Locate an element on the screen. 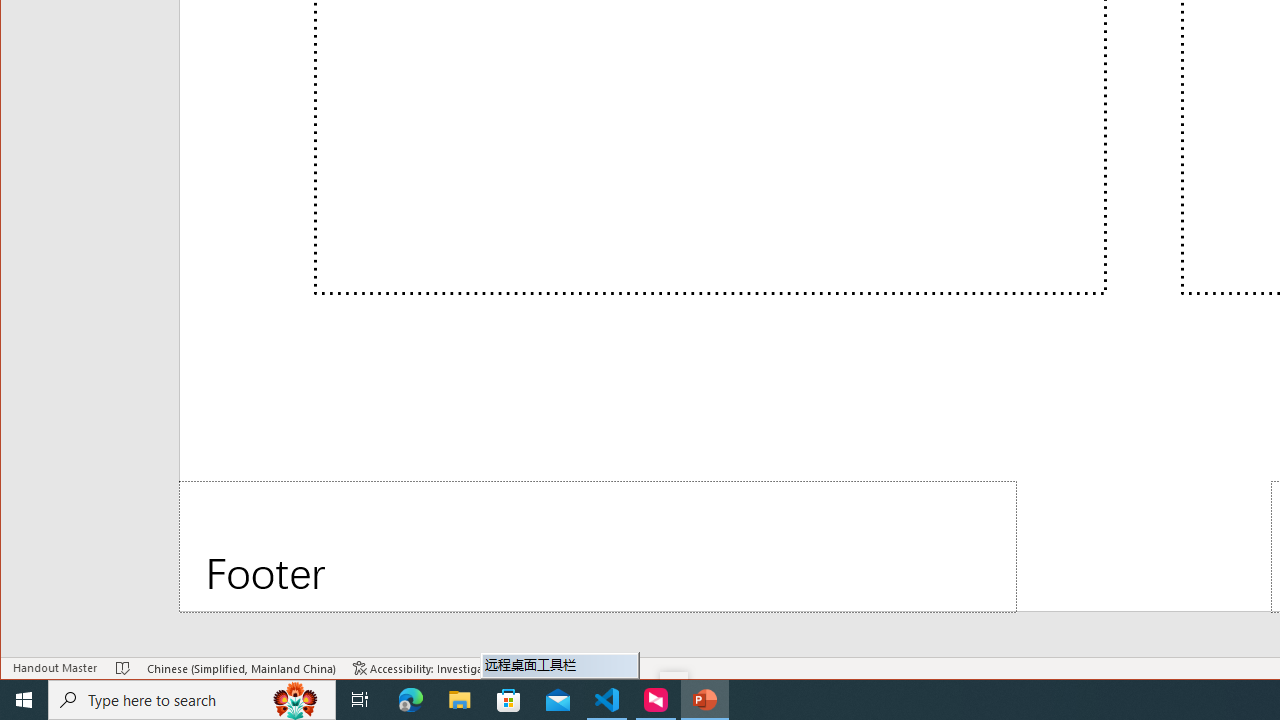  'Visual Studio Code - 1 running window' is located at coordinates (606, 698).